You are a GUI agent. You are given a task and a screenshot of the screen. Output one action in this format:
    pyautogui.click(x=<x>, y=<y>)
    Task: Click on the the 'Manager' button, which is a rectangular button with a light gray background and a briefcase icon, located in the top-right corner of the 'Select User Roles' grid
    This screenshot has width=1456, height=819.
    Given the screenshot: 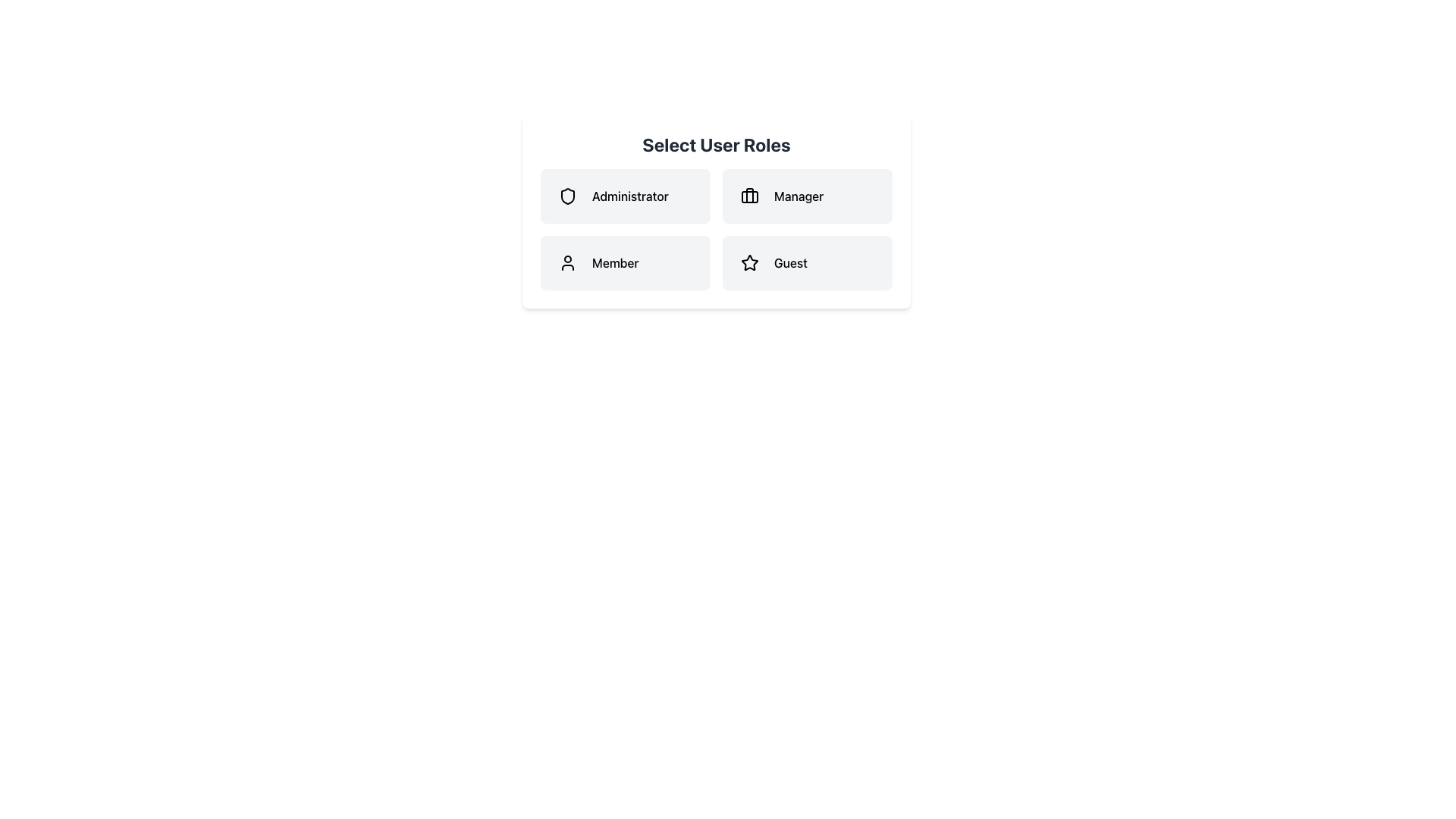 What is the action you would take?
    pyautogui.click(x=807, y=195)
    